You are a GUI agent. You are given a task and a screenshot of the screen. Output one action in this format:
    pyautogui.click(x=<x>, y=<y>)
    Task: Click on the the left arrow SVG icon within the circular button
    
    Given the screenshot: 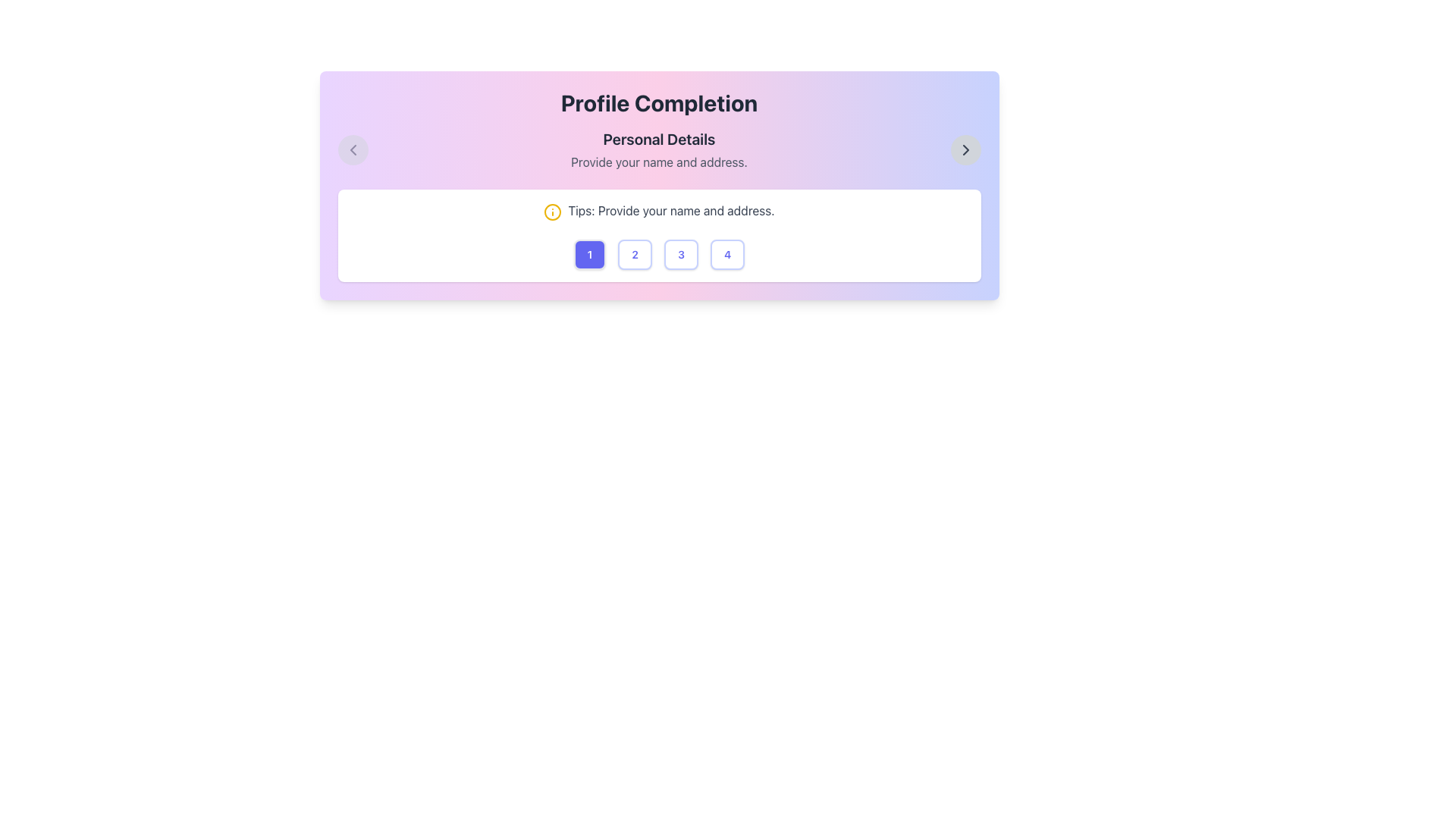 What is the action you would take?
    pyautogui.click(x=352, y=149)
    